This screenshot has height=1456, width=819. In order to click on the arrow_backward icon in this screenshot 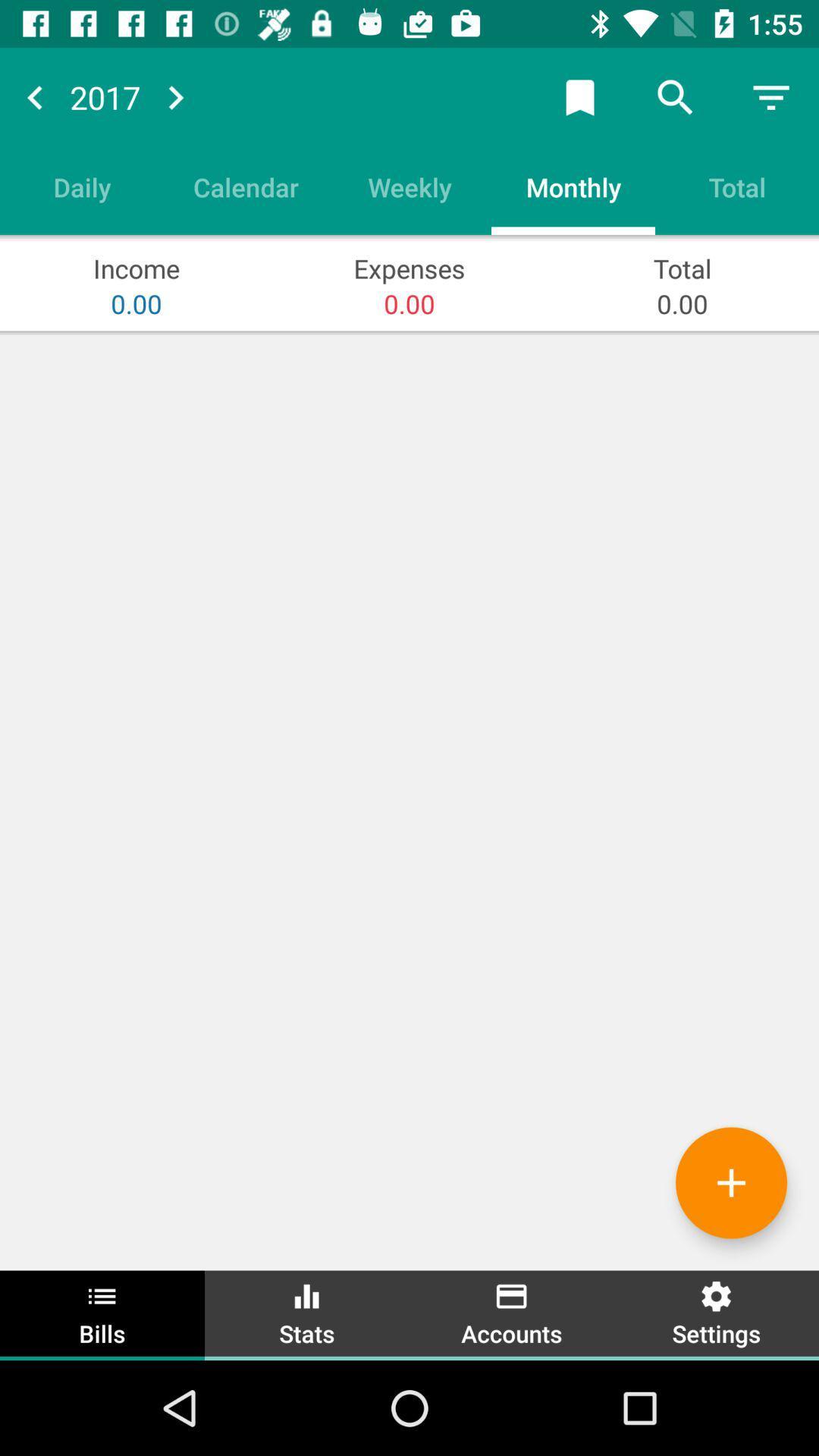, I will do `click(34, 96)`.